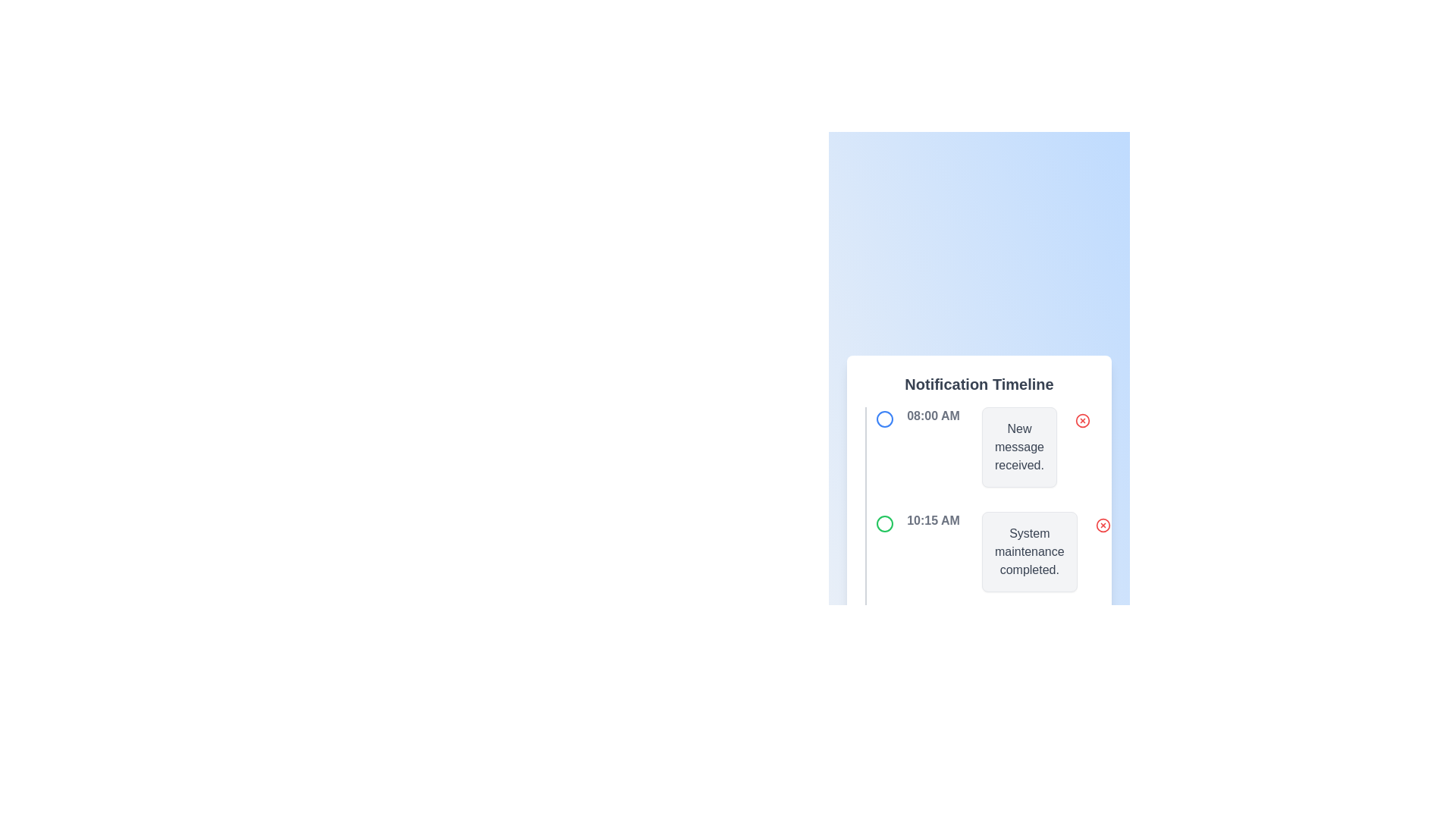  Describe the element at coordinates (932, 416) in the screenshot. I see `the text label displaying '08:00 AM', which is the first time label in the timeline interface, positioned between a blue circular icon and a notification box` at that location.